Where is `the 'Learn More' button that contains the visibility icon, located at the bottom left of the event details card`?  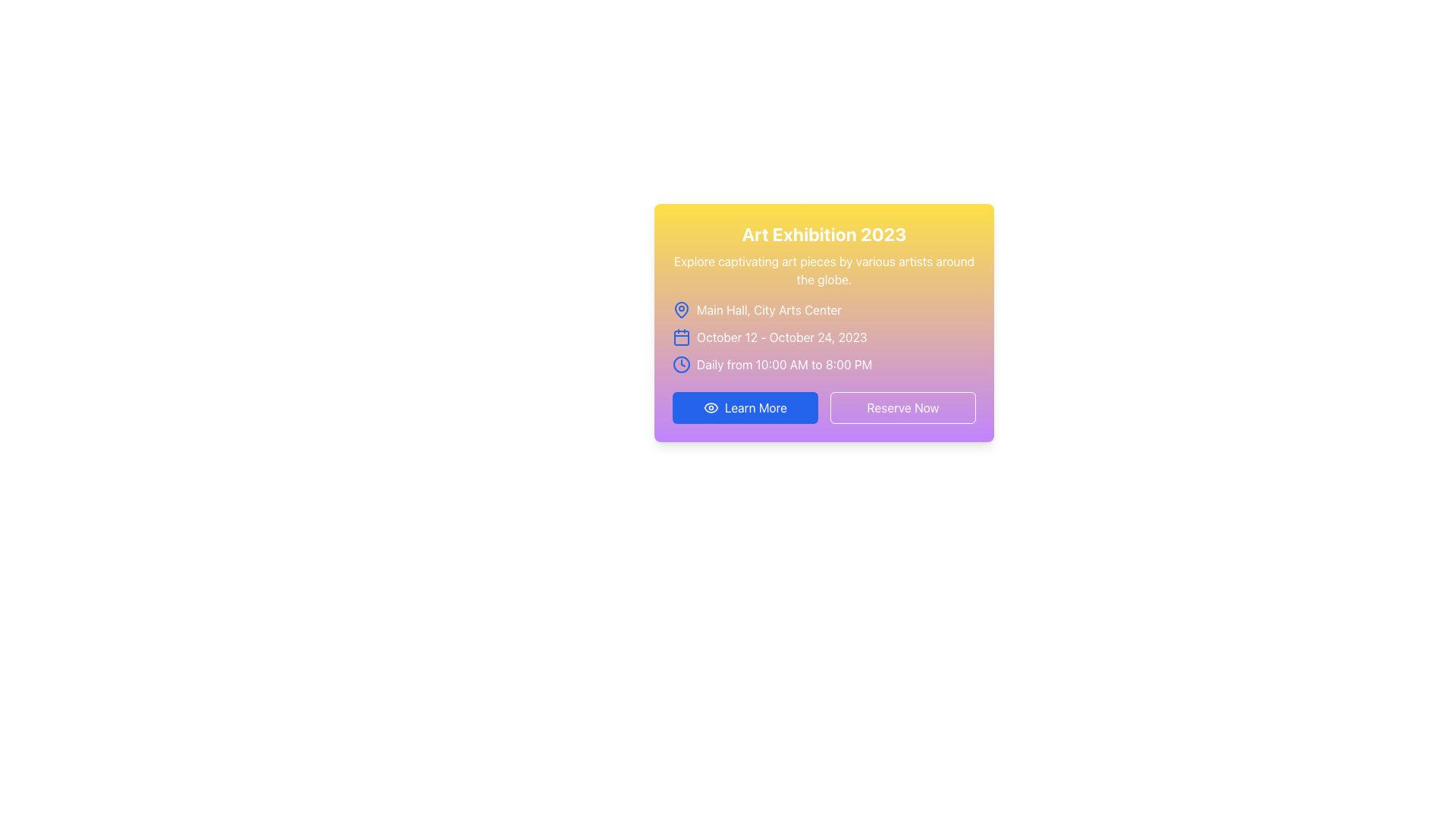 the 'Learn More' button that contains the visibility icon, located at the bottom left of the event details card is located at coordinates (710, 406).